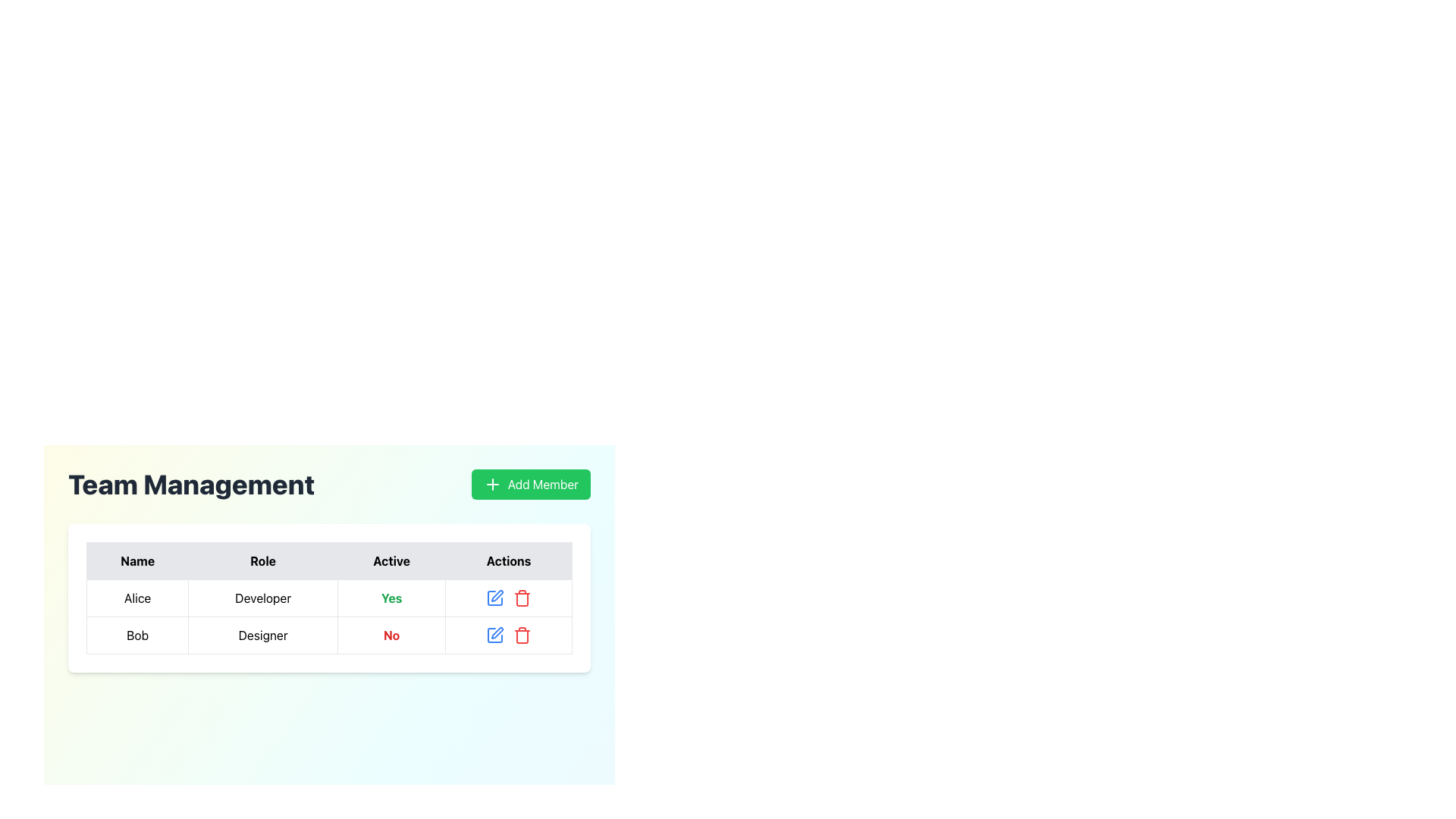 This screenshot has height=819, width=1456. Describe the element at coordinates (494, 635) in the screenshot. I see `the square icon with rounded corners in the 'Actions' column for the team member 'Bob'` at that location.